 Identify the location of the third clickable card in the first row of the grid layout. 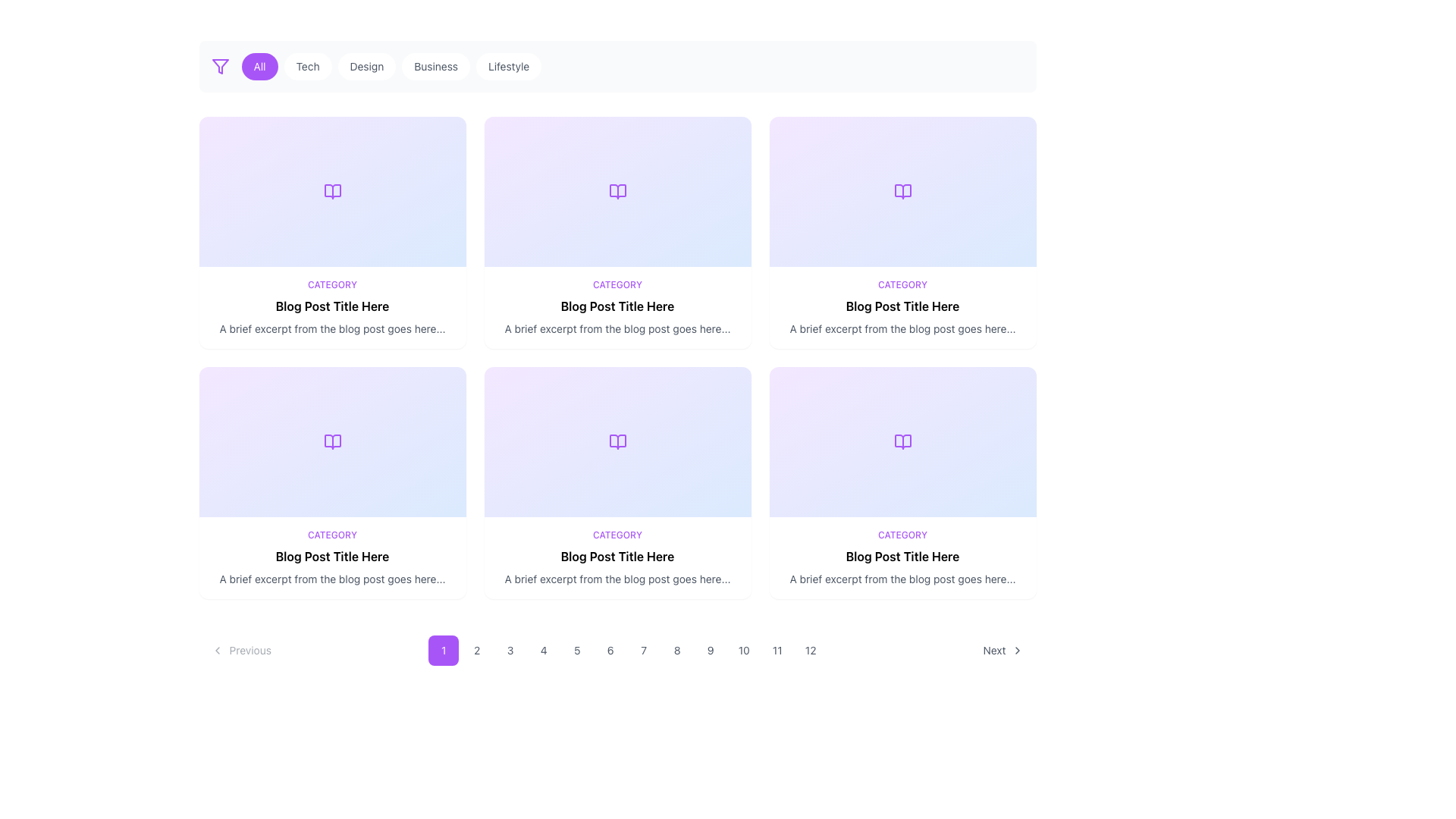
(902, 233).